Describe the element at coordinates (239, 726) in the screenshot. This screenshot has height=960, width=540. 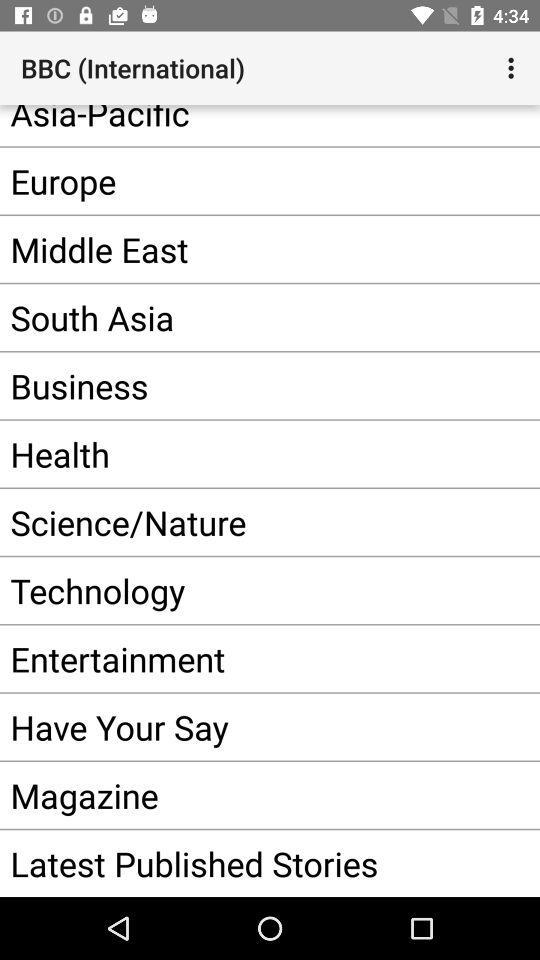
I see `item below the entertainment` at that location.